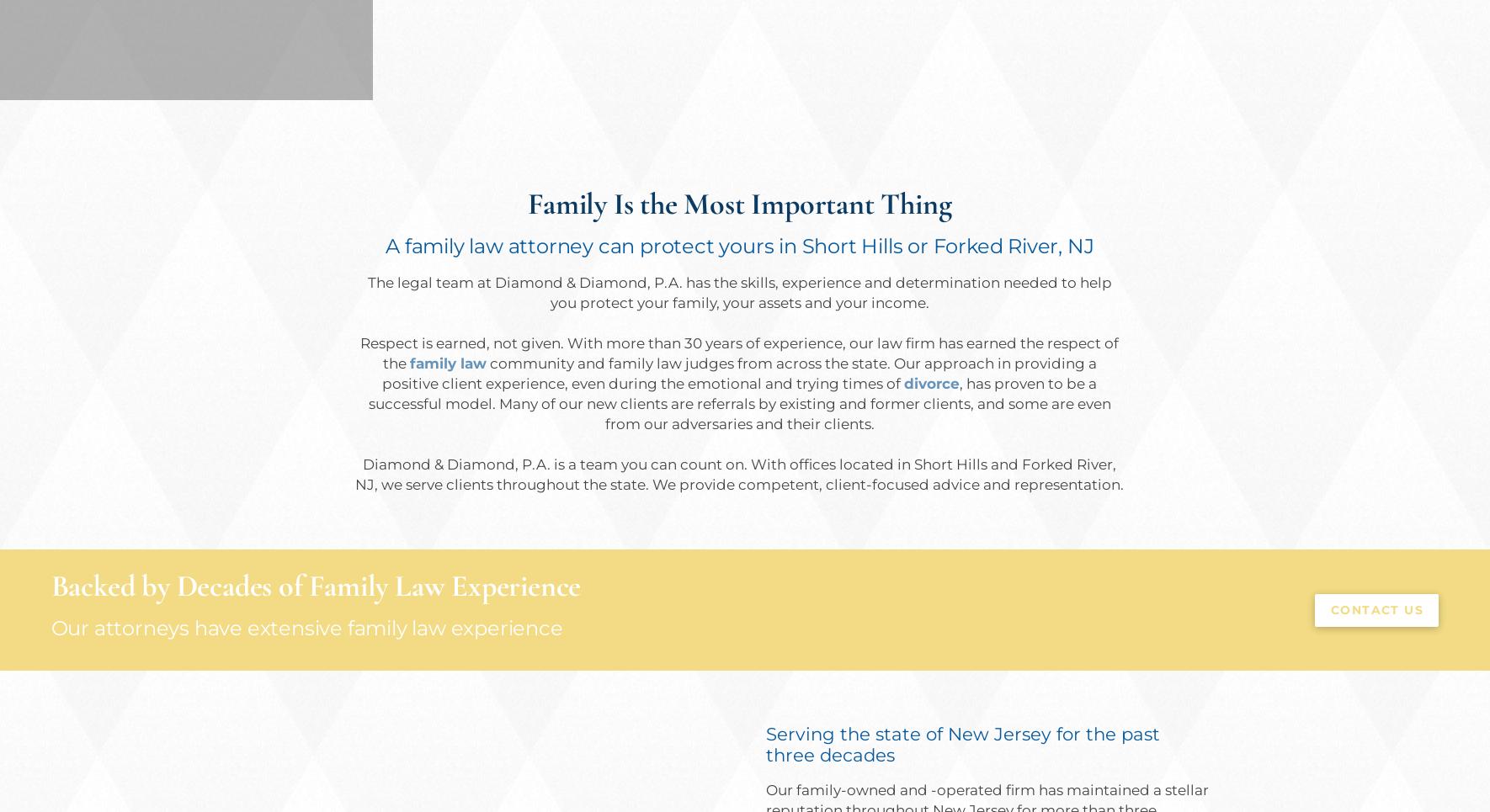 Image resolution: width=1490 pixels, height=812 pixels. I want to click on 'Diamond & Diamond, P.A. is a team you can count on. With offices located in Short Hills and Forked River, NJ, we serve clients throughout the state. We provide competent, client-focused advice and representation.', so click(739, 475).